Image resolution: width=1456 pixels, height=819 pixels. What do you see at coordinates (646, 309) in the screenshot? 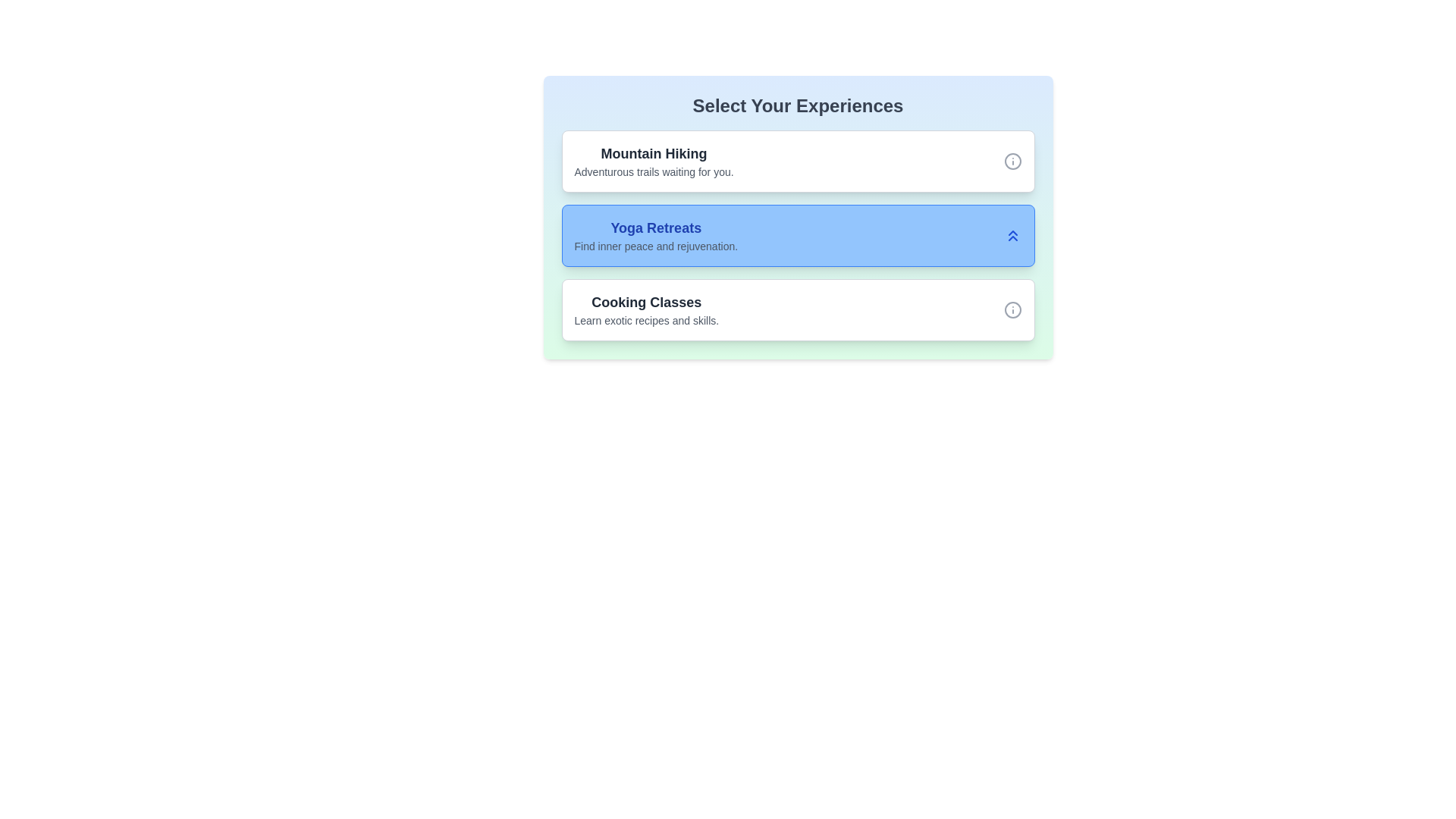
I see `the item Cooking Classes` at bounding box center [646, 309].